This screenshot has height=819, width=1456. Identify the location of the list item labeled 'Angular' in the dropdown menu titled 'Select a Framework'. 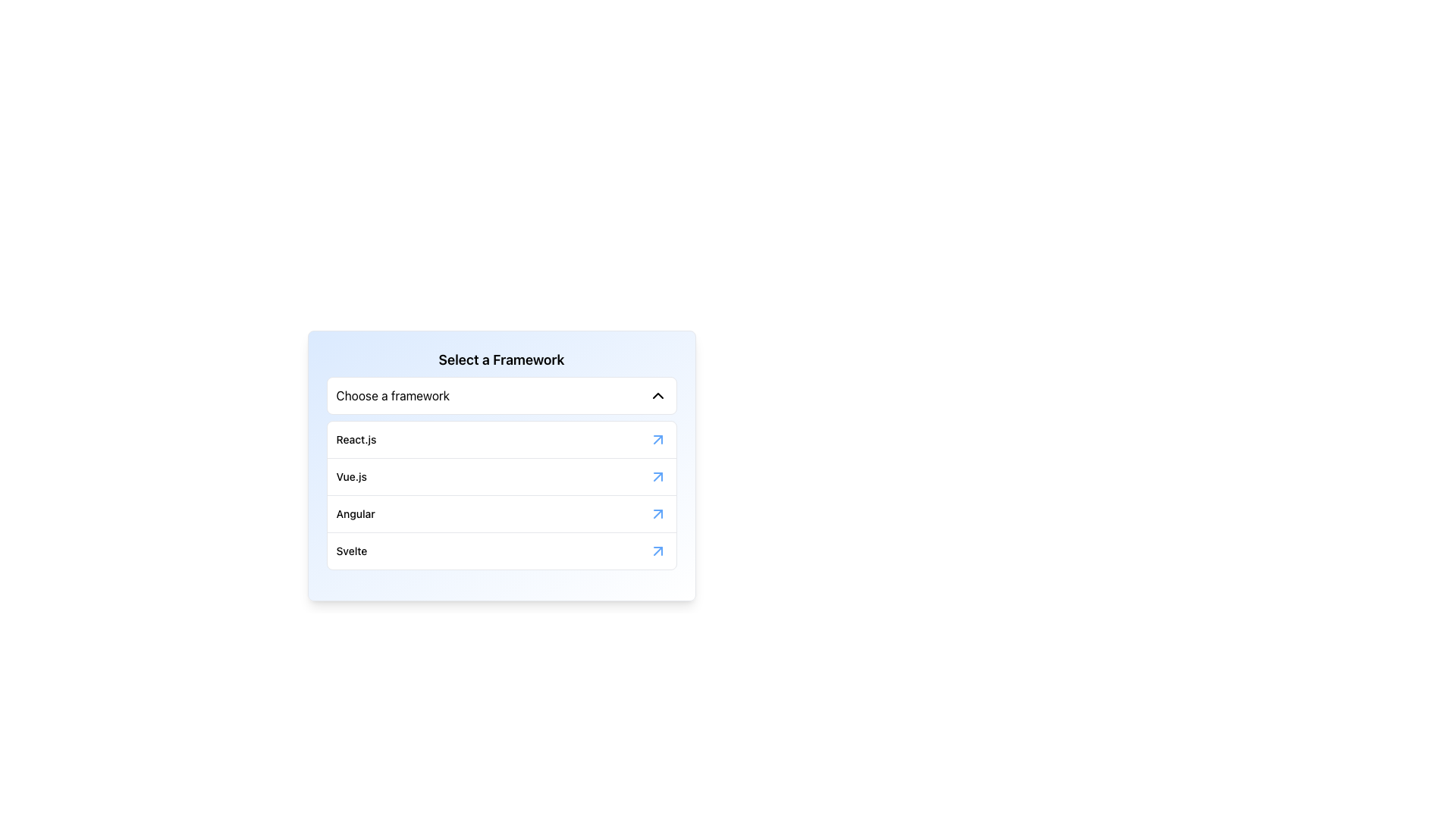
(501, 513).